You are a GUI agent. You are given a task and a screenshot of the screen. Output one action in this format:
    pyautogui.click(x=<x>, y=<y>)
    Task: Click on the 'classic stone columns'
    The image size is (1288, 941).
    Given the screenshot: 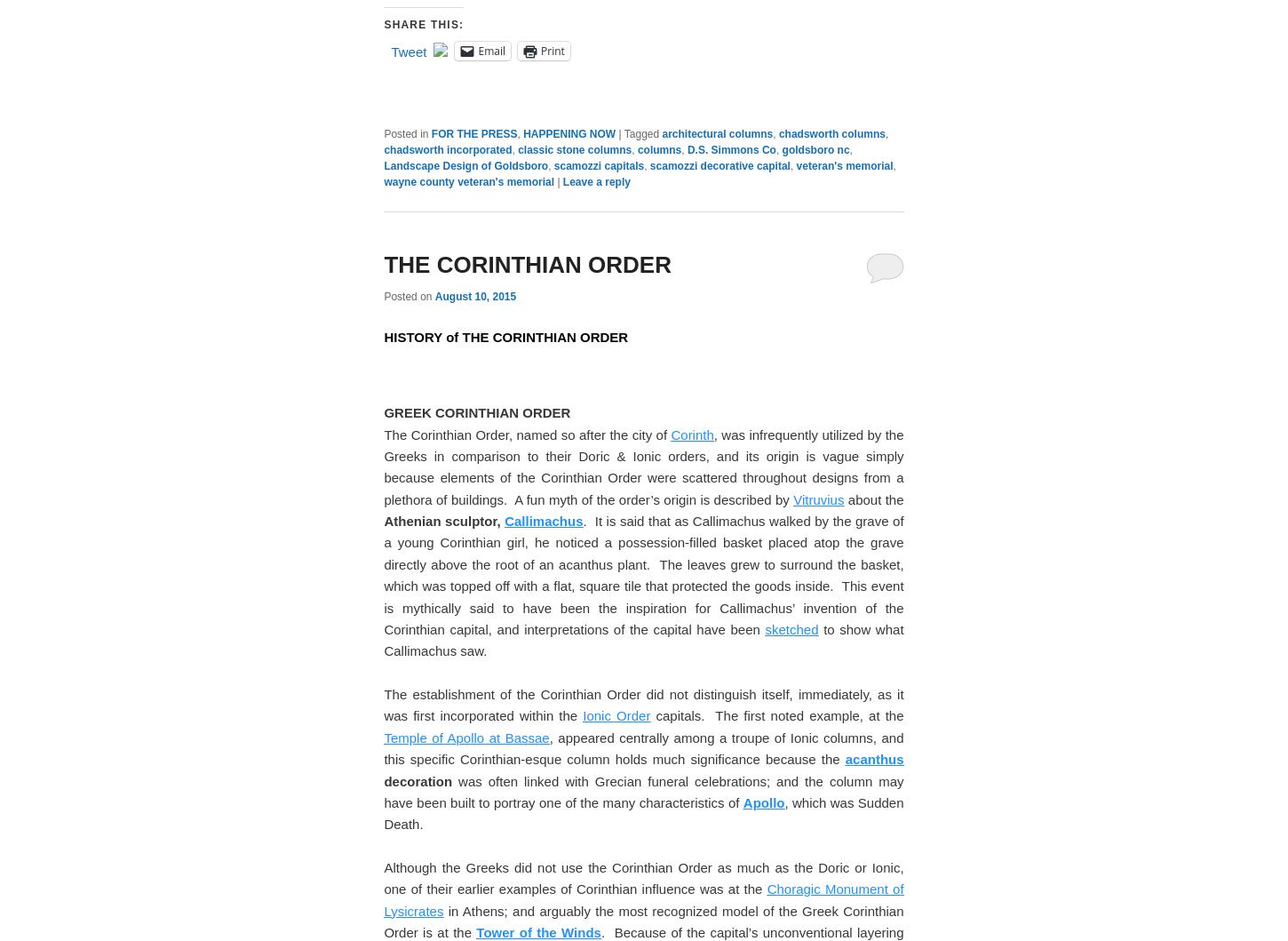 What is the action you would take?
    pyautogui.click(x=573, y=701)
    